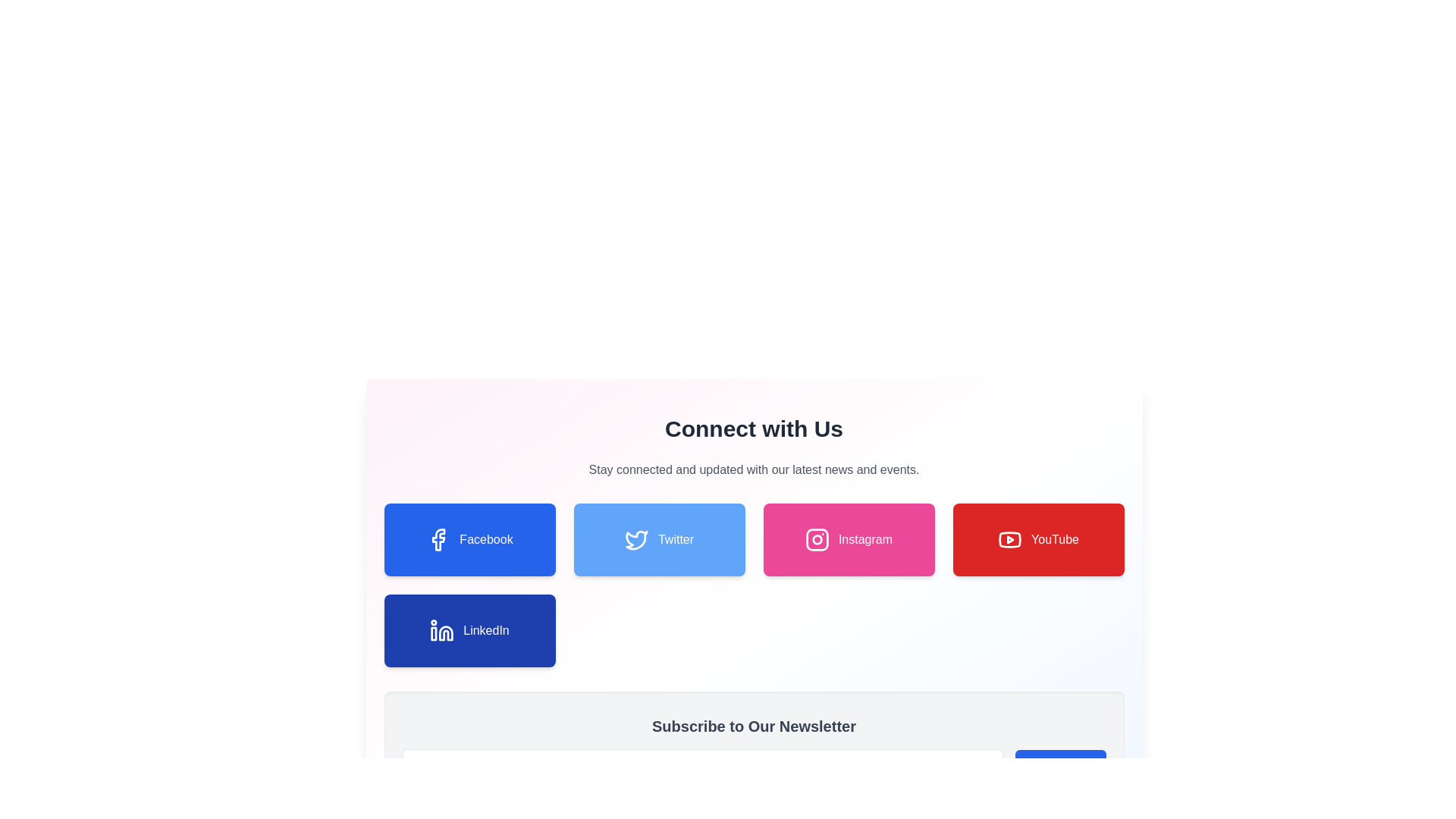 This screenshot has width=1456, height=819. I want to click on the red 'YouTube' button with white text and a play button icon, located to the right of the 'Instagram' button, so click(1037, 539).